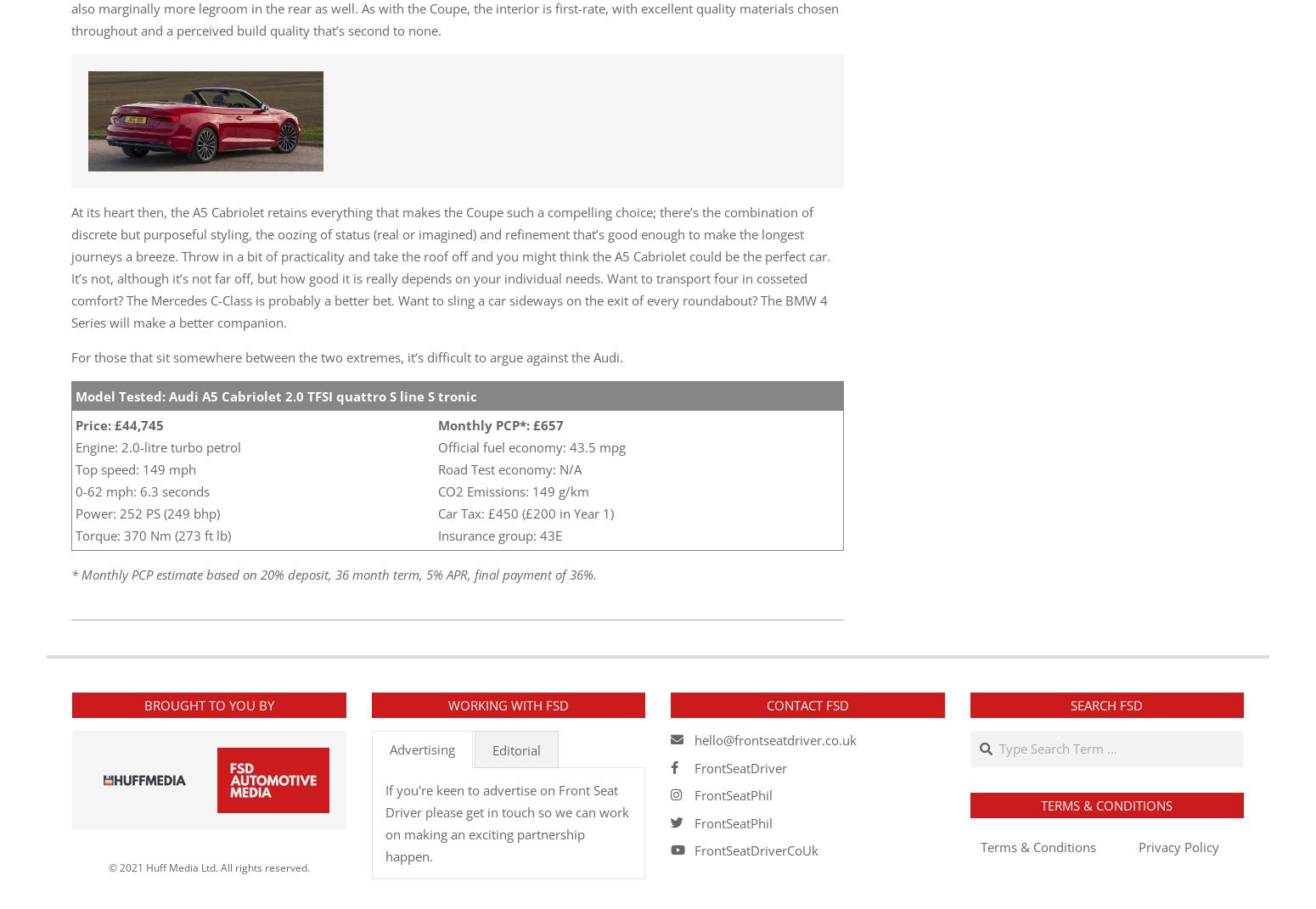  I want to click on 'Price: £44,745', so click(120, 424).